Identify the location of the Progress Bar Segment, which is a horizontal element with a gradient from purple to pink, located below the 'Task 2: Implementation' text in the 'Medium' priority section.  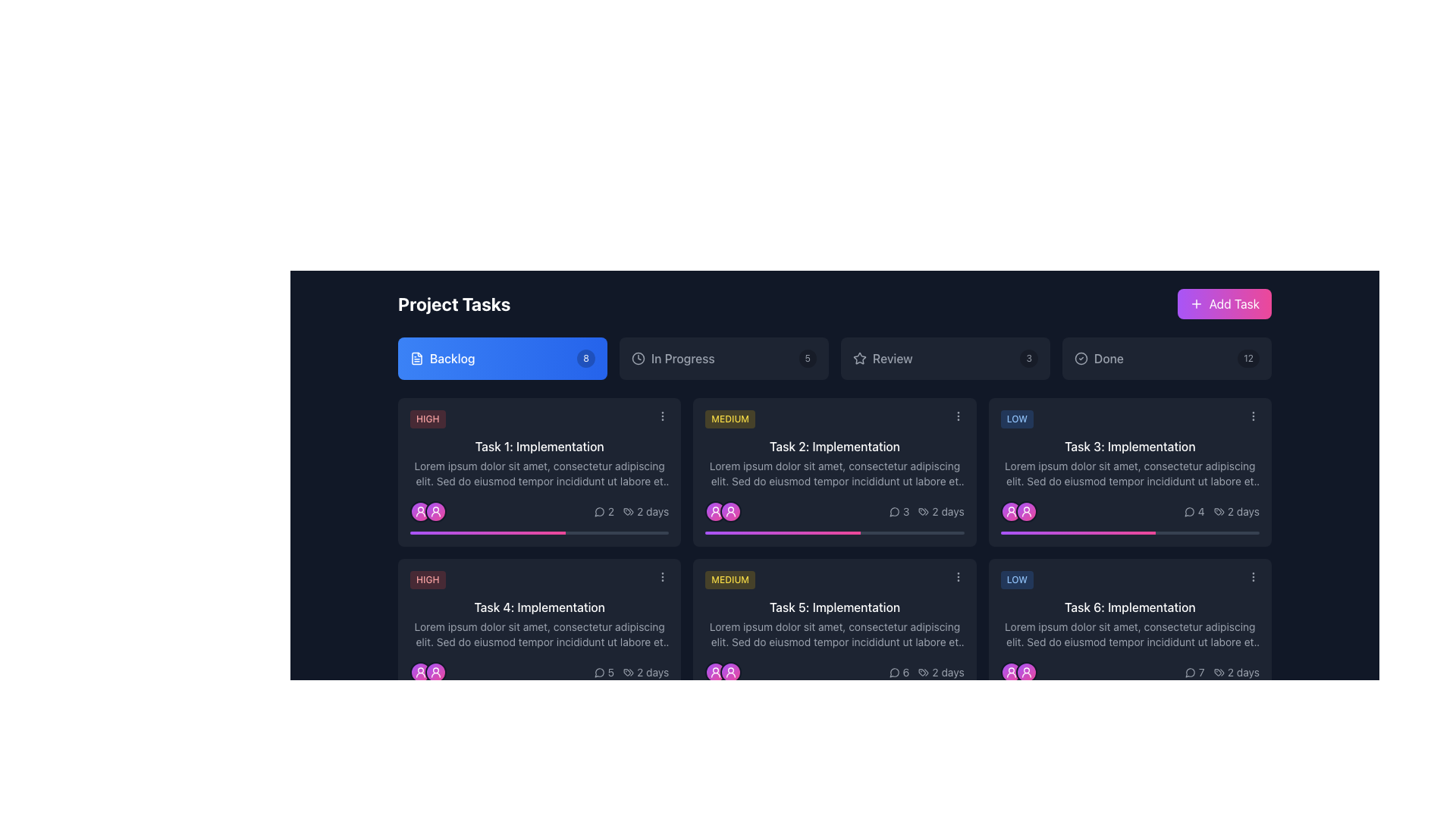
(783, 532).